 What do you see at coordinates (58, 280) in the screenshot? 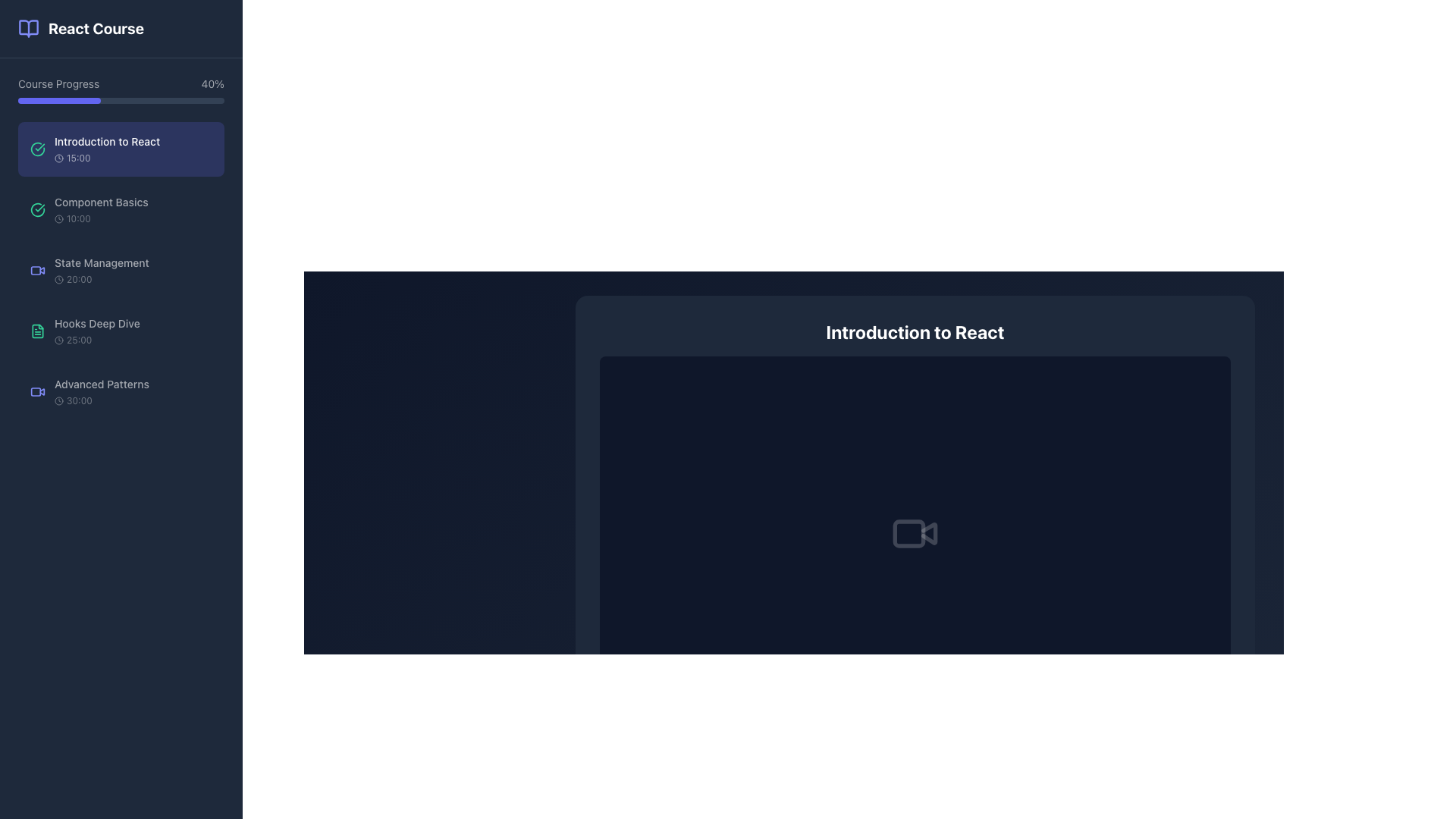
I see `the decorative SVG Circle that is part of the clock icon next to the 'State Management' label in the left panel of the course modules` at bounding box center [58, 280].